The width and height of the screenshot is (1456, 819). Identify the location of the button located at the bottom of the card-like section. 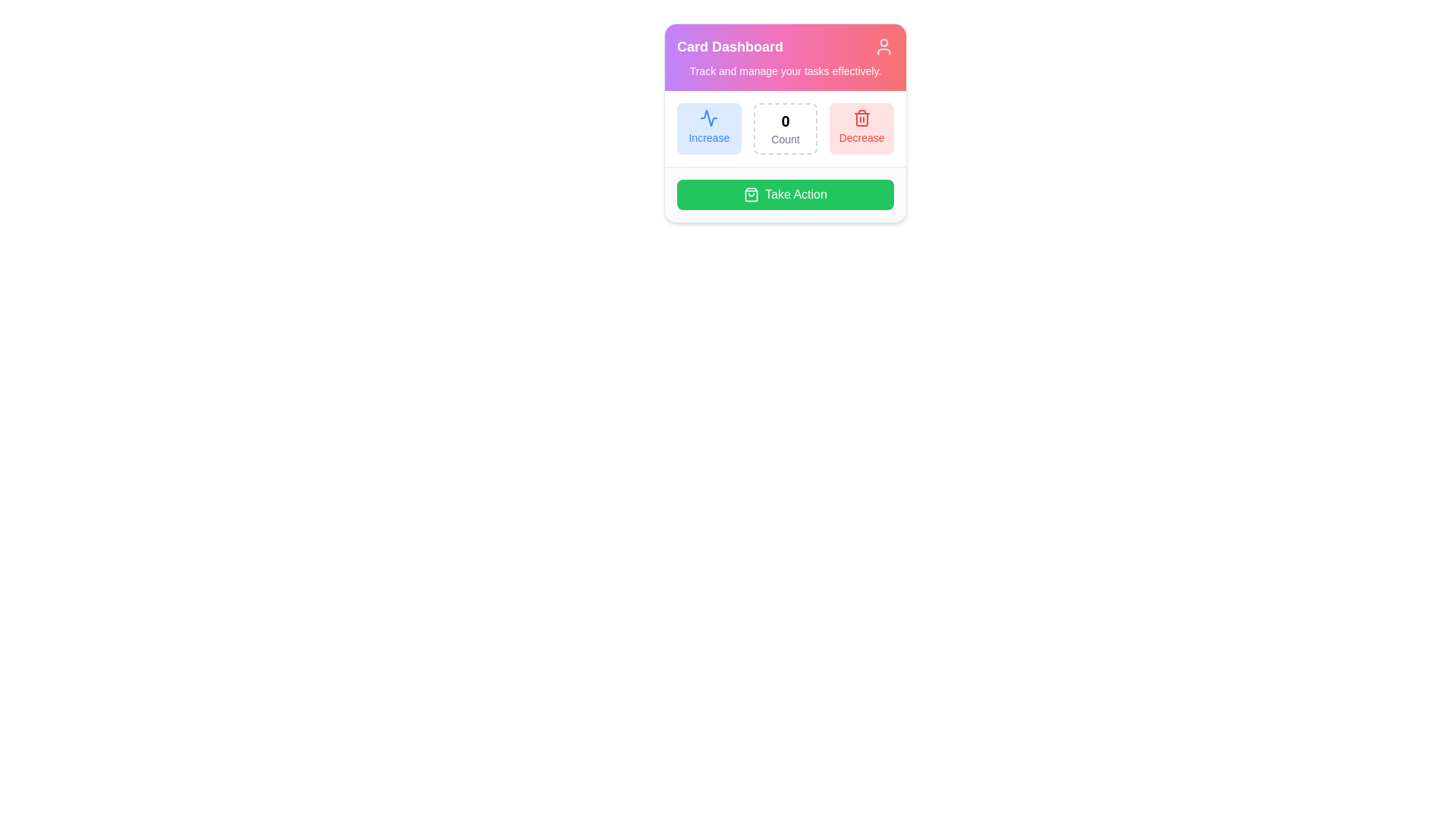
(786, 194).